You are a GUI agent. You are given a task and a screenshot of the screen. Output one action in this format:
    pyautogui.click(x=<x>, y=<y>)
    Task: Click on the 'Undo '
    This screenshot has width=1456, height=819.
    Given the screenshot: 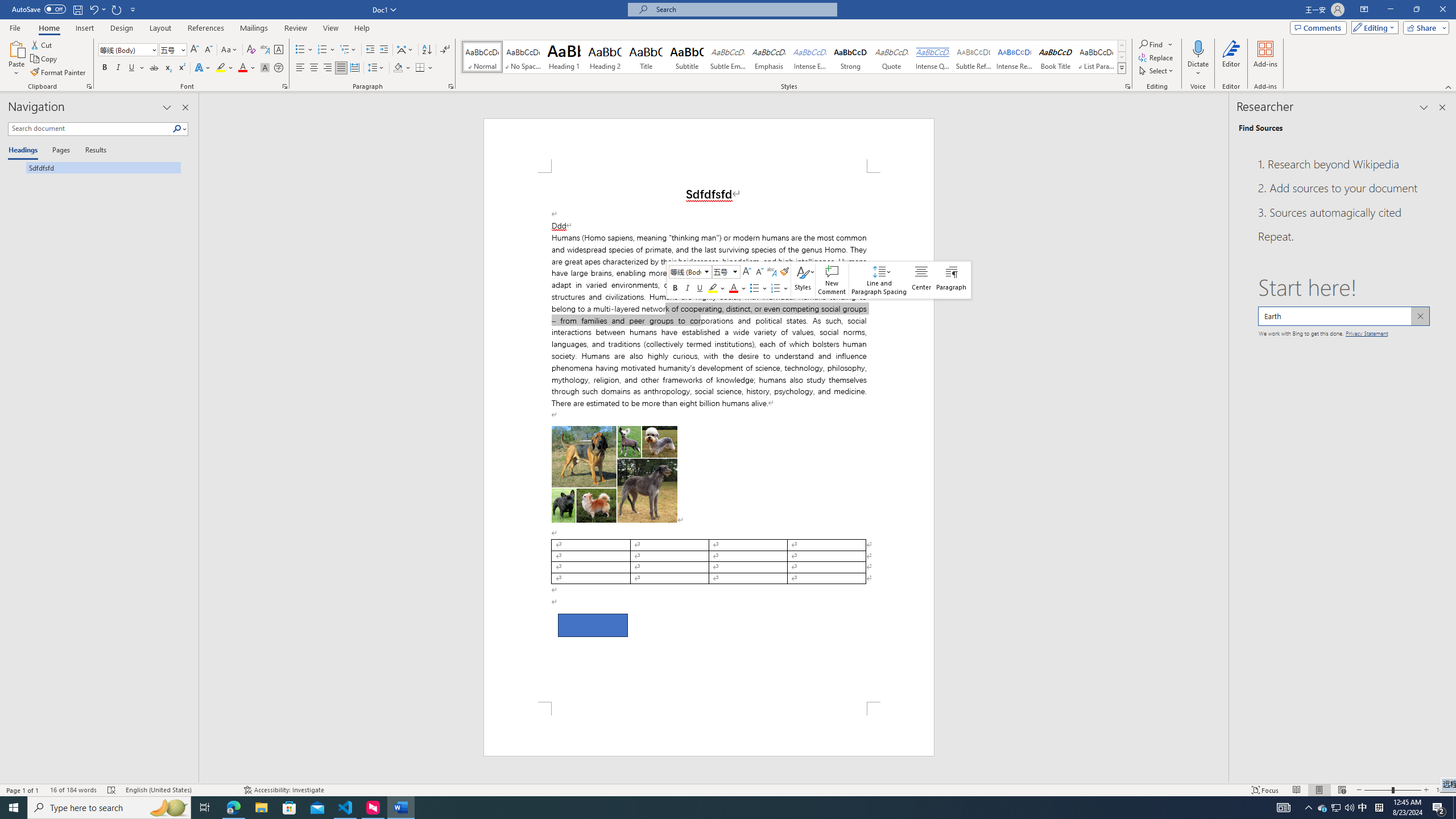 What is the action you would take?
    pyautogui.click(x=93, y=9)
    